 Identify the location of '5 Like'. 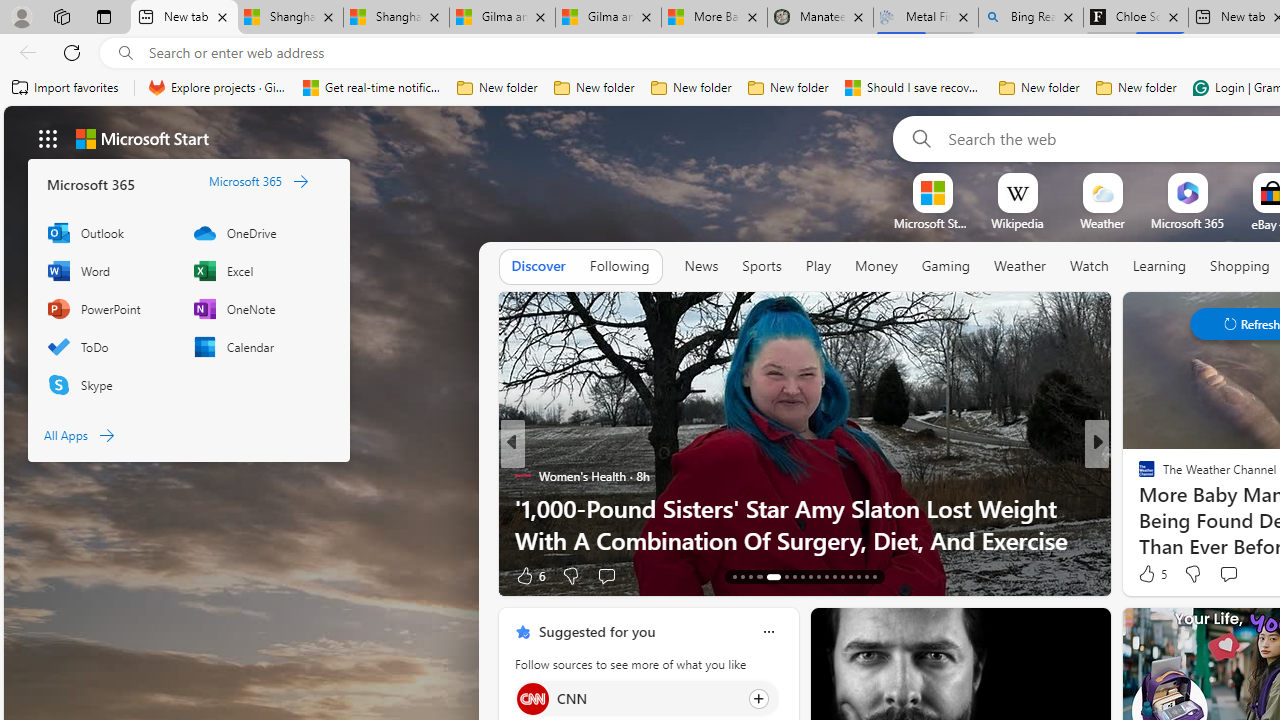
(1151, 574).